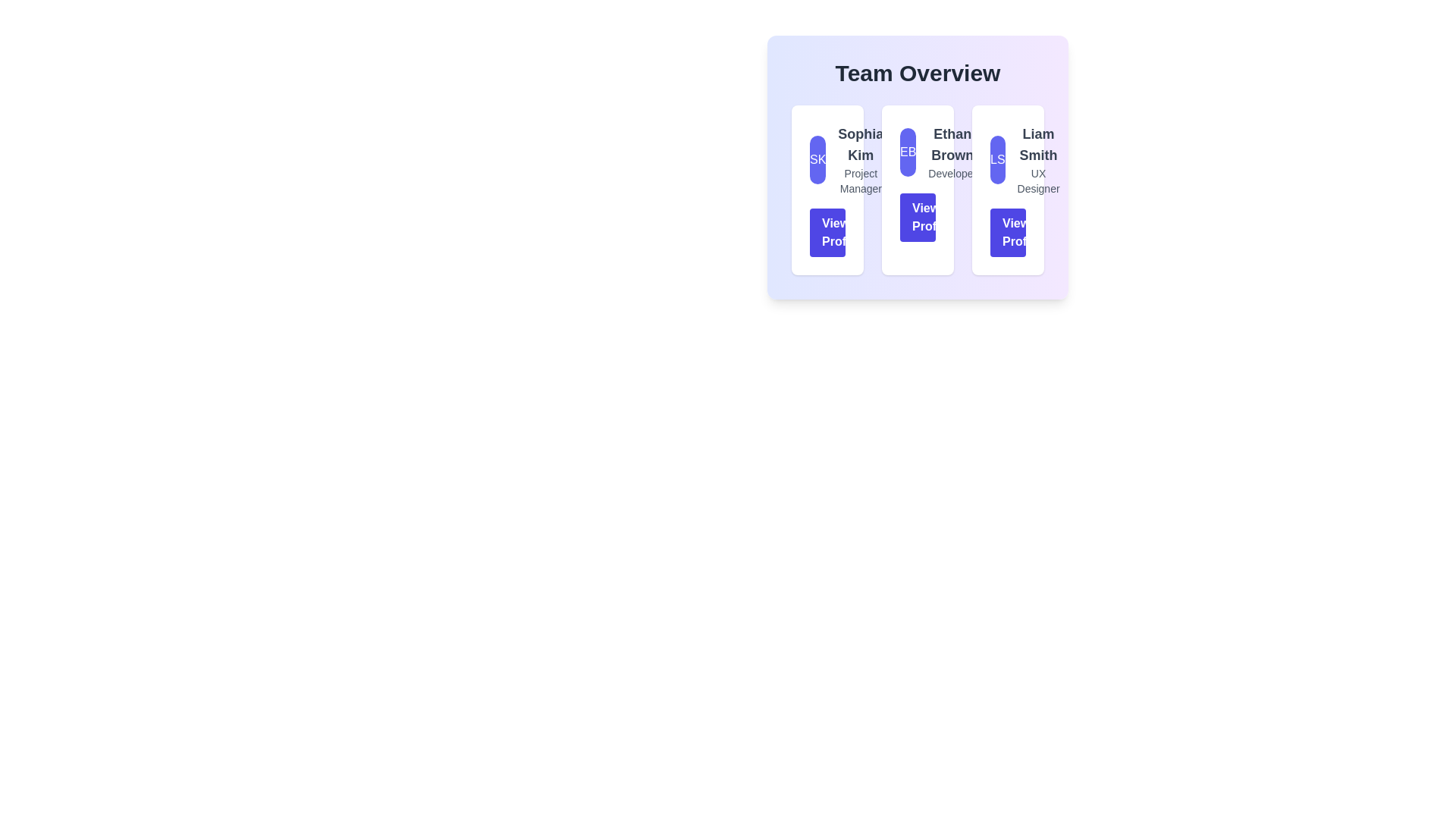 The height and width of the screenshot is (819, 1456). What do you see at coordinates (1037, 180) in the screenshot?
I see `the text label indicating the professional role or title associated with 'Liam Smith', which is located below the name within the team member card` at bounding box center [1037, 180].